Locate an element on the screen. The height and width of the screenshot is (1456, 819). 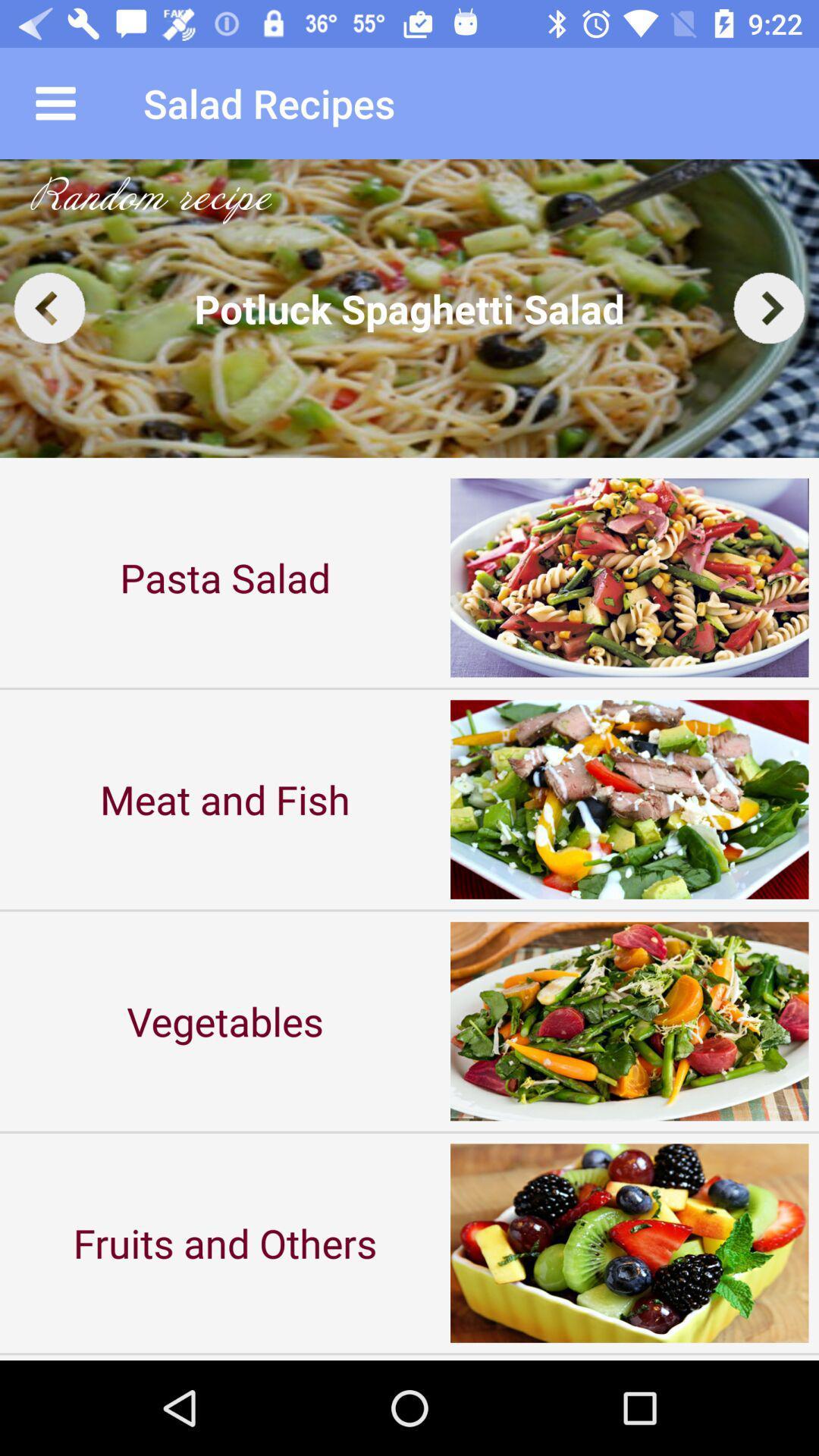
the icon below pasta salad item is located at coordinates (225, 799).